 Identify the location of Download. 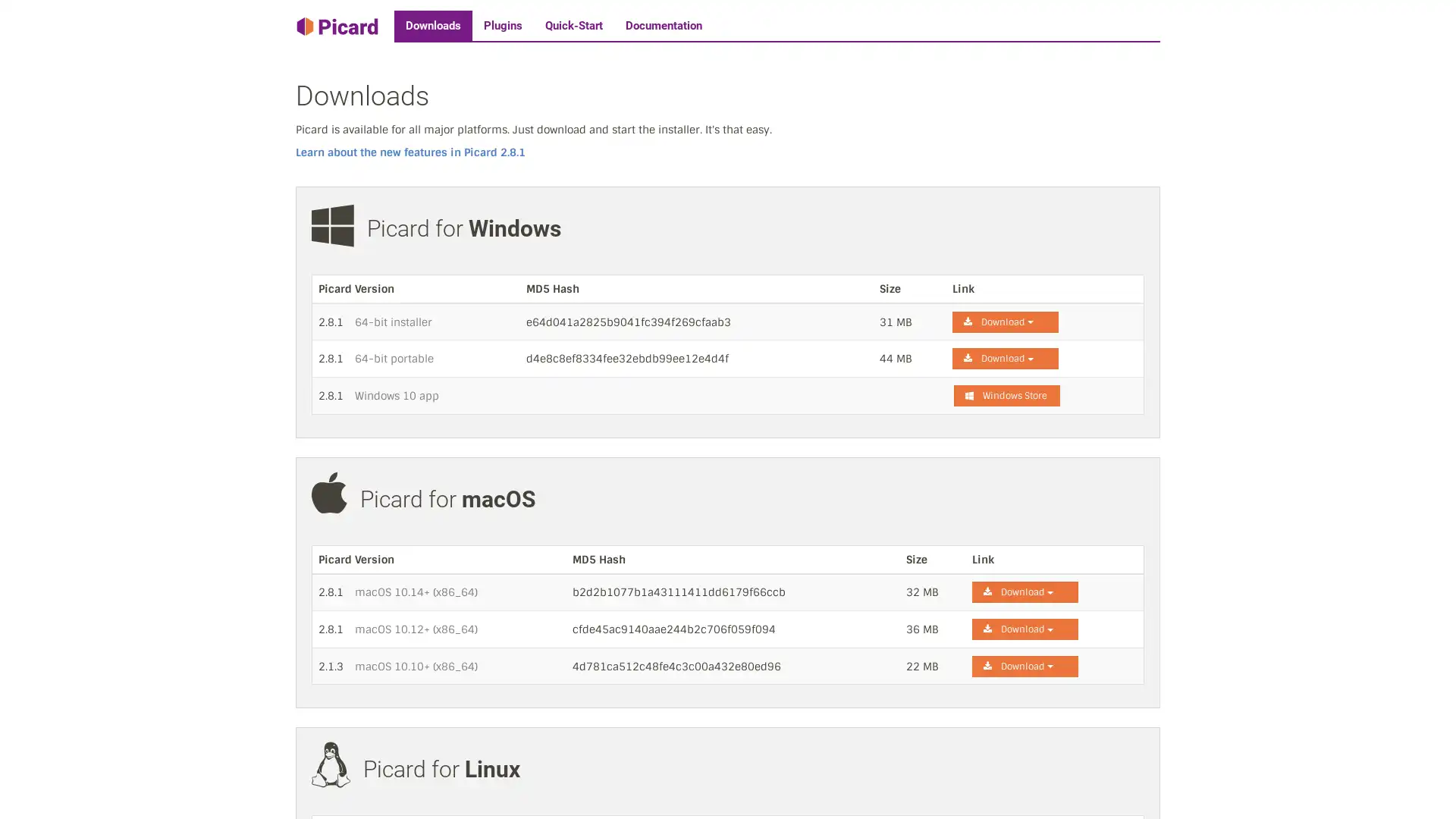
(1004, 321).